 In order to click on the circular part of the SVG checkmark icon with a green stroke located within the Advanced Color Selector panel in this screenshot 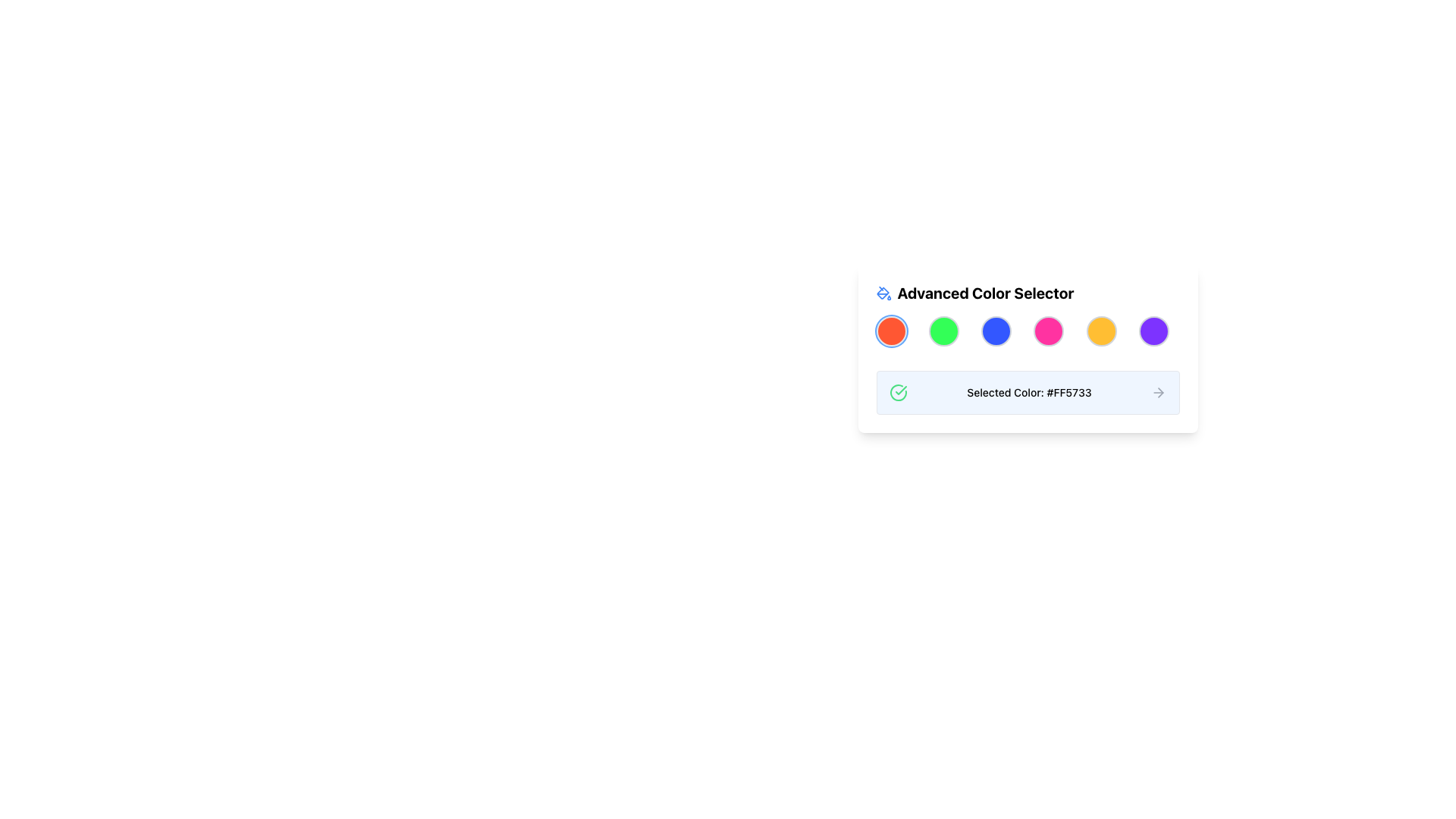, I will do `click(898, 391)`.